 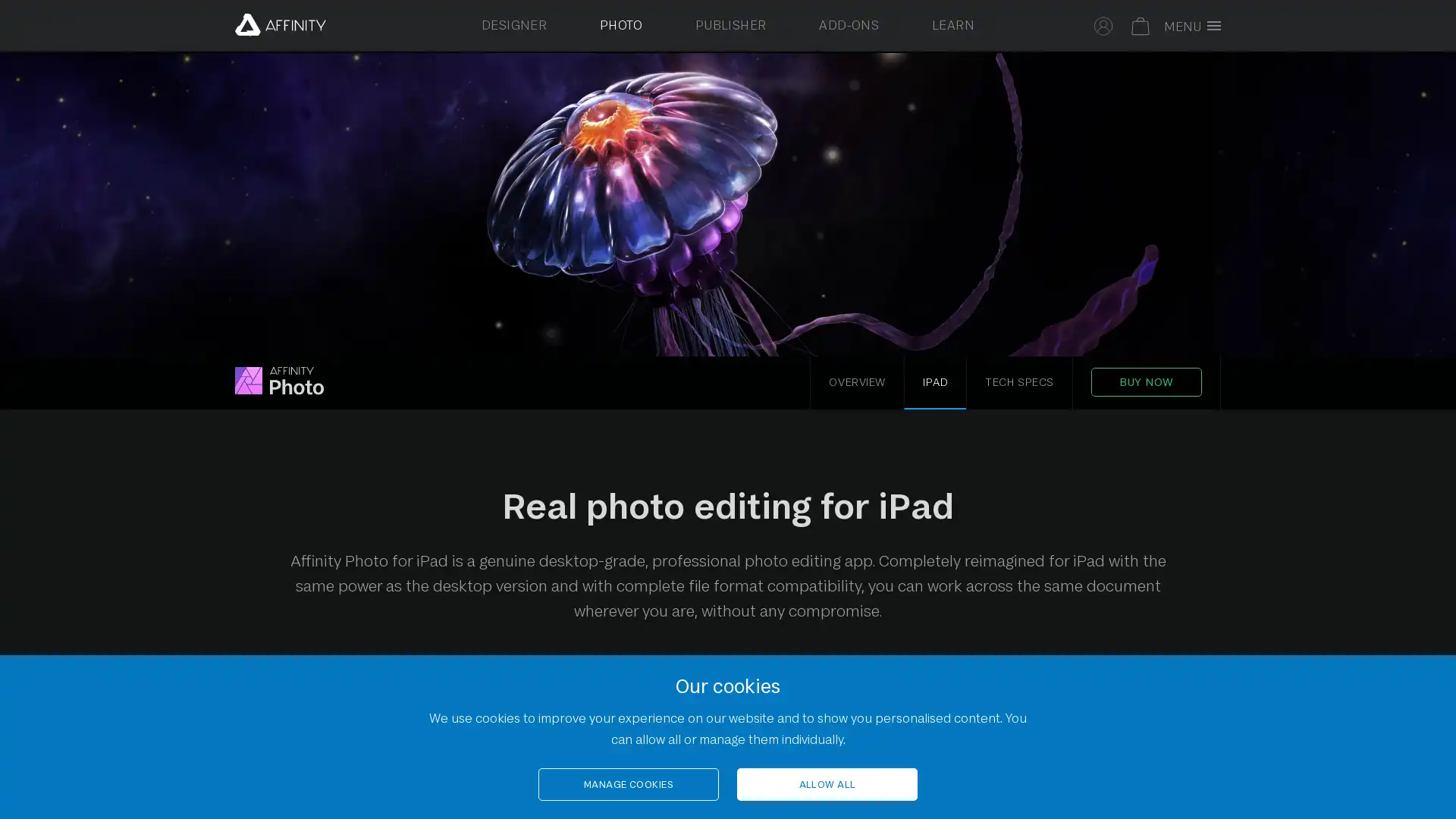 What do you see at coordinates (1103, 24) in the screenshot?
I see `Select to sign in to your Affinity account` at bounding box center [1103, 24].